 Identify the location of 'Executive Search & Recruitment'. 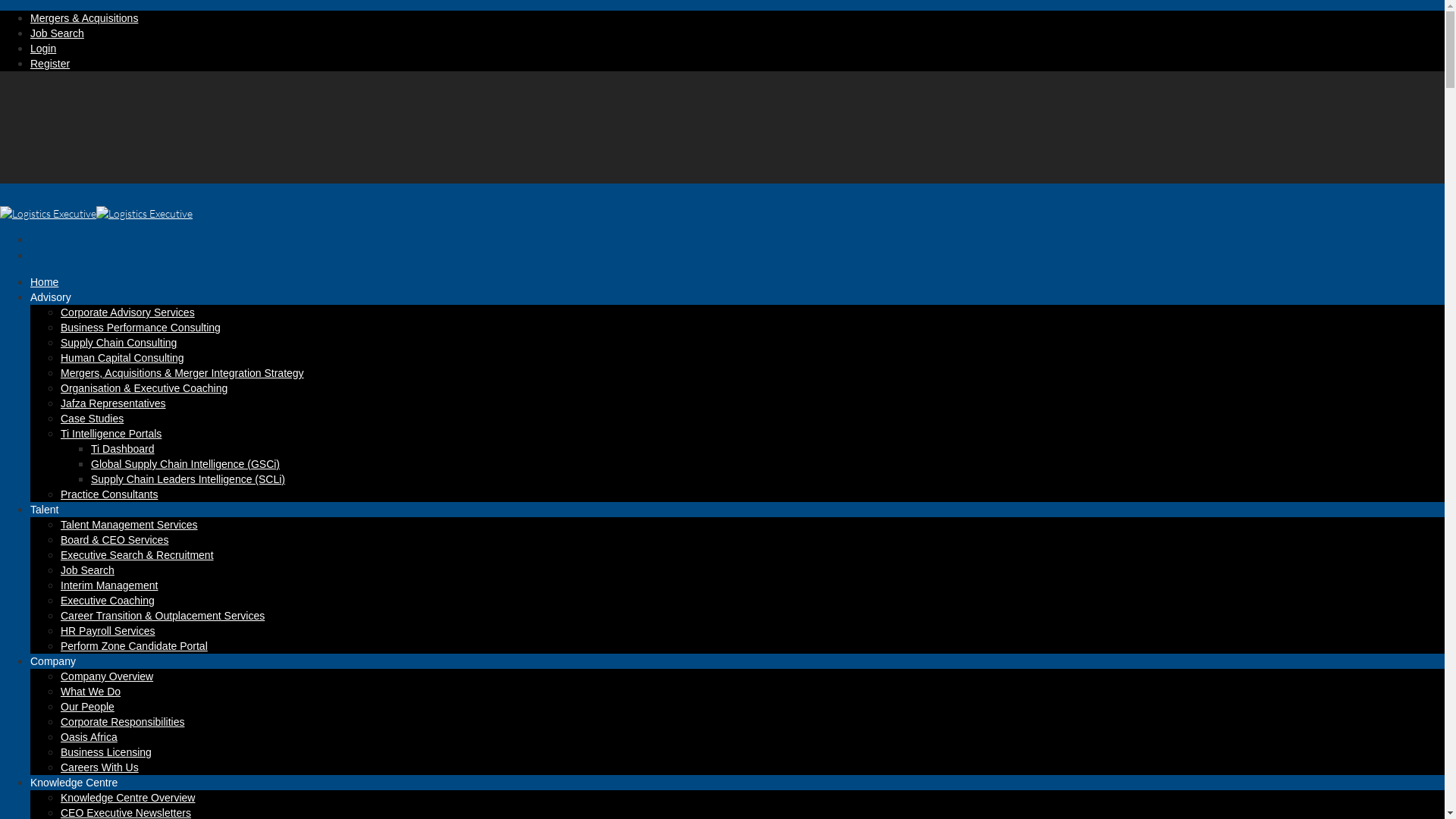
(137, 555).